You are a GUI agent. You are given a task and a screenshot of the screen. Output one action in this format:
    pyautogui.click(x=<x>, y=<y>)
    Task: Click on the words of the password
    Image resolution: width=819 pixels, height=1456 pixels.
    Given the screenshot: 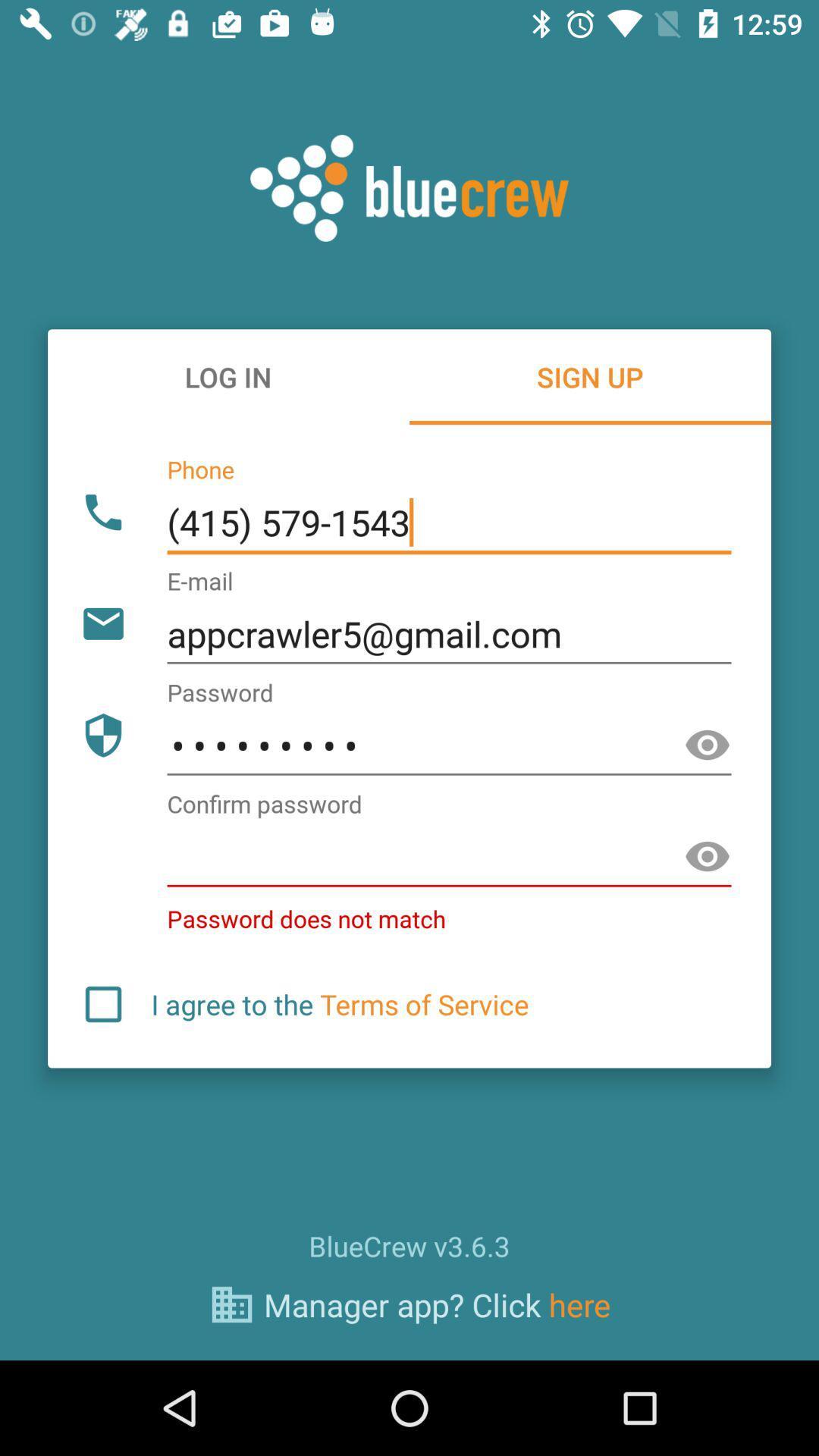 What is the action you would take?
    pyautogui.click(x=708, y=745)
    